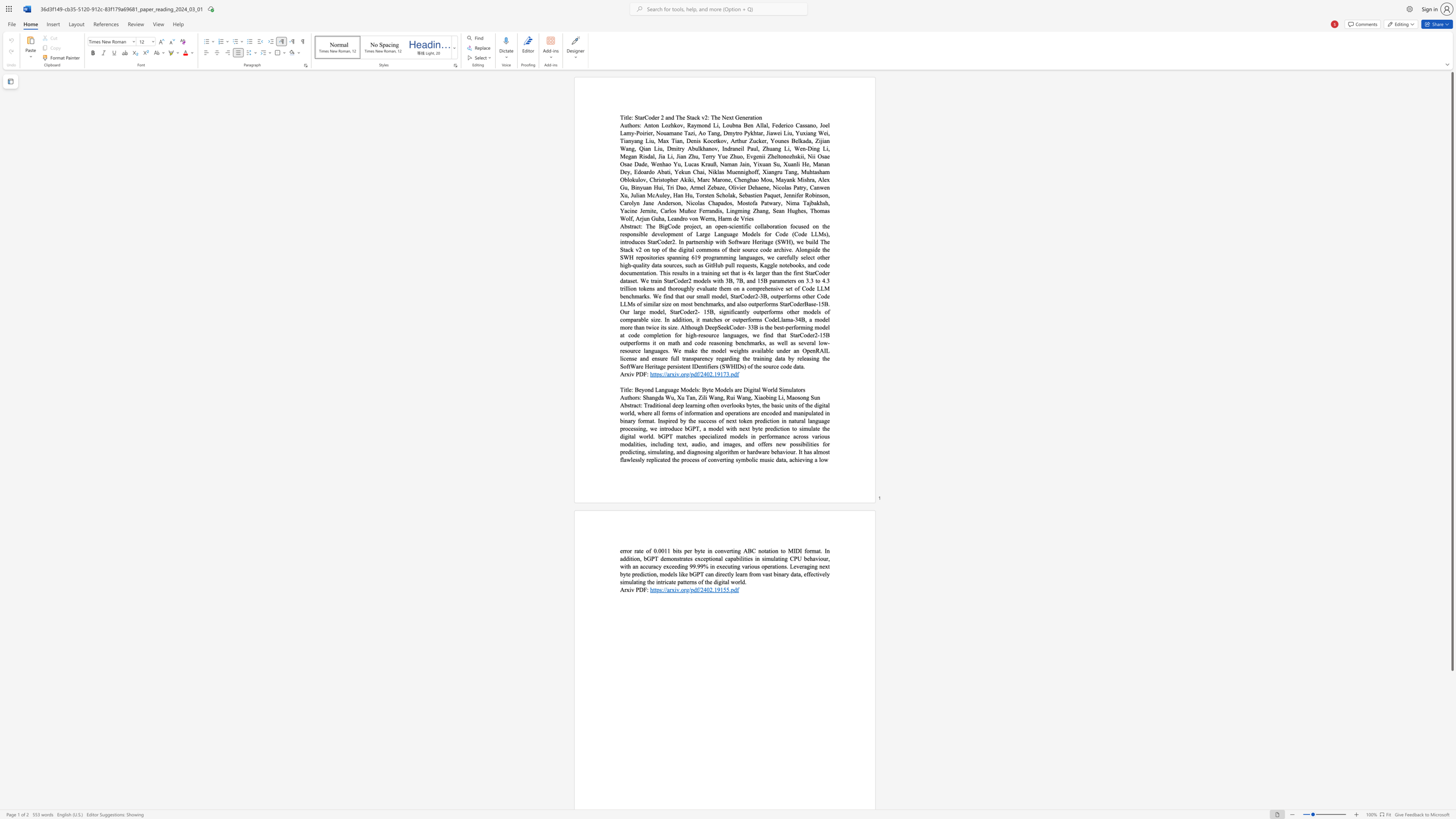 The height and width of the screenshot is (819, 1456). Describe the element at coordinates (773, 397) in the screenshot. I see `the subset text "g Li," within the text "Xiaobing Li,"` at that location.